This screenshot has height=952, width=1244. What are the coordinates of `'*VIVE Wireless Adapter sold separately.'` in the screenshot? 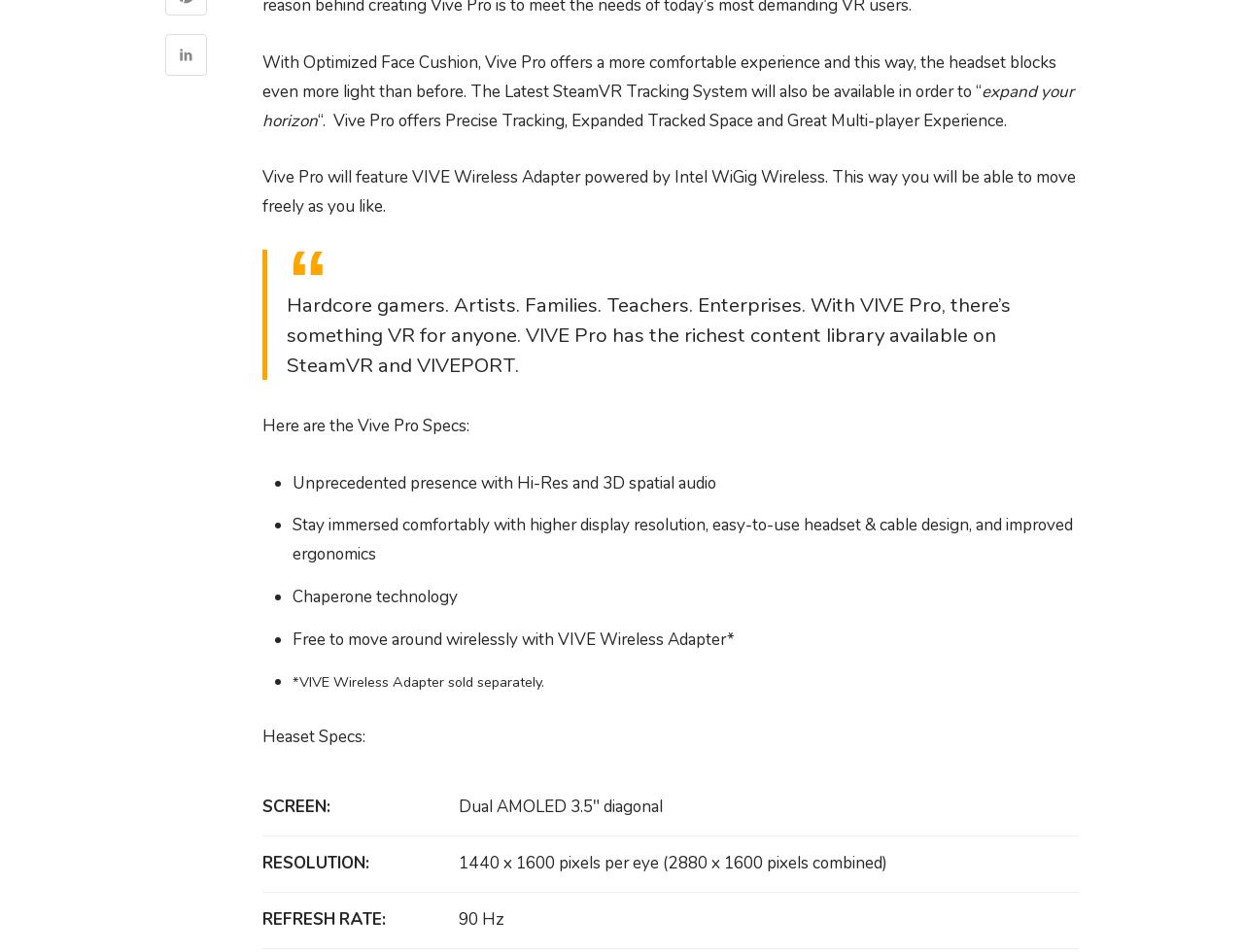 It's located at (416, 681).